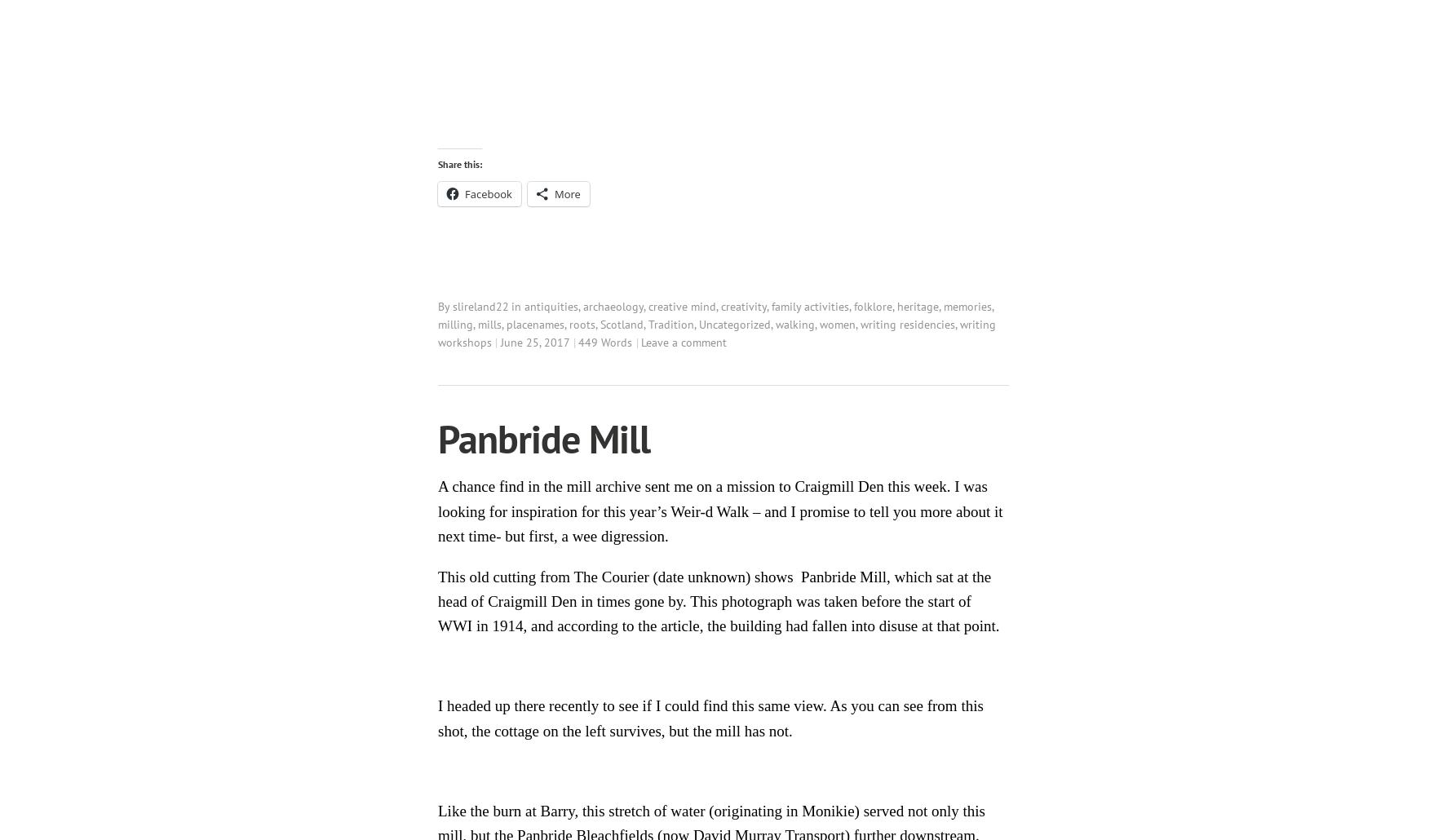  I want to click on 'June 25, 2017', so click(534, 343).